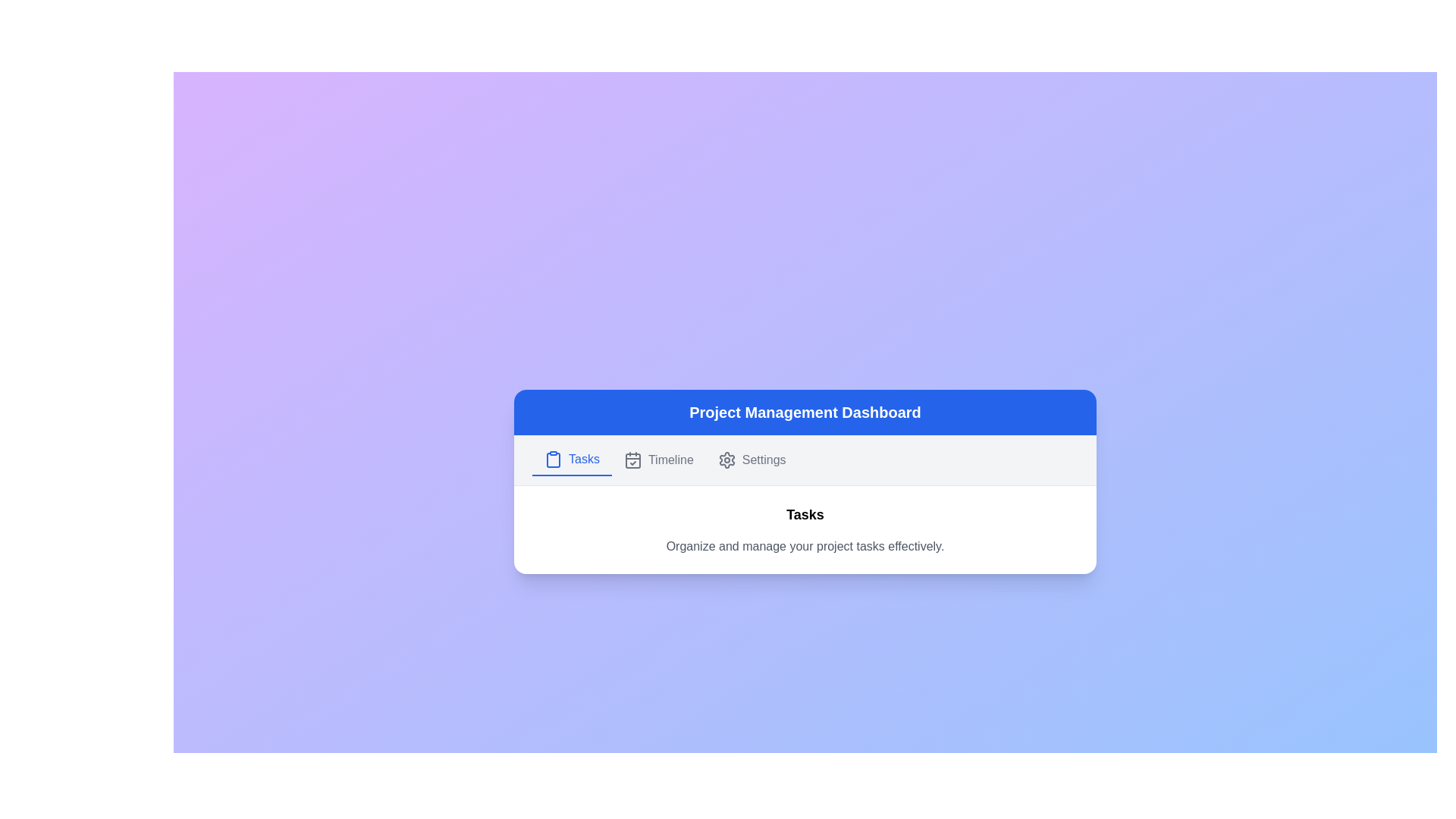 This screenshot has width=1456, height=819. Describe the element at coordinates (658, 458) in the screenshot. I see `the Timeline tab by clicking on its label` at that location.